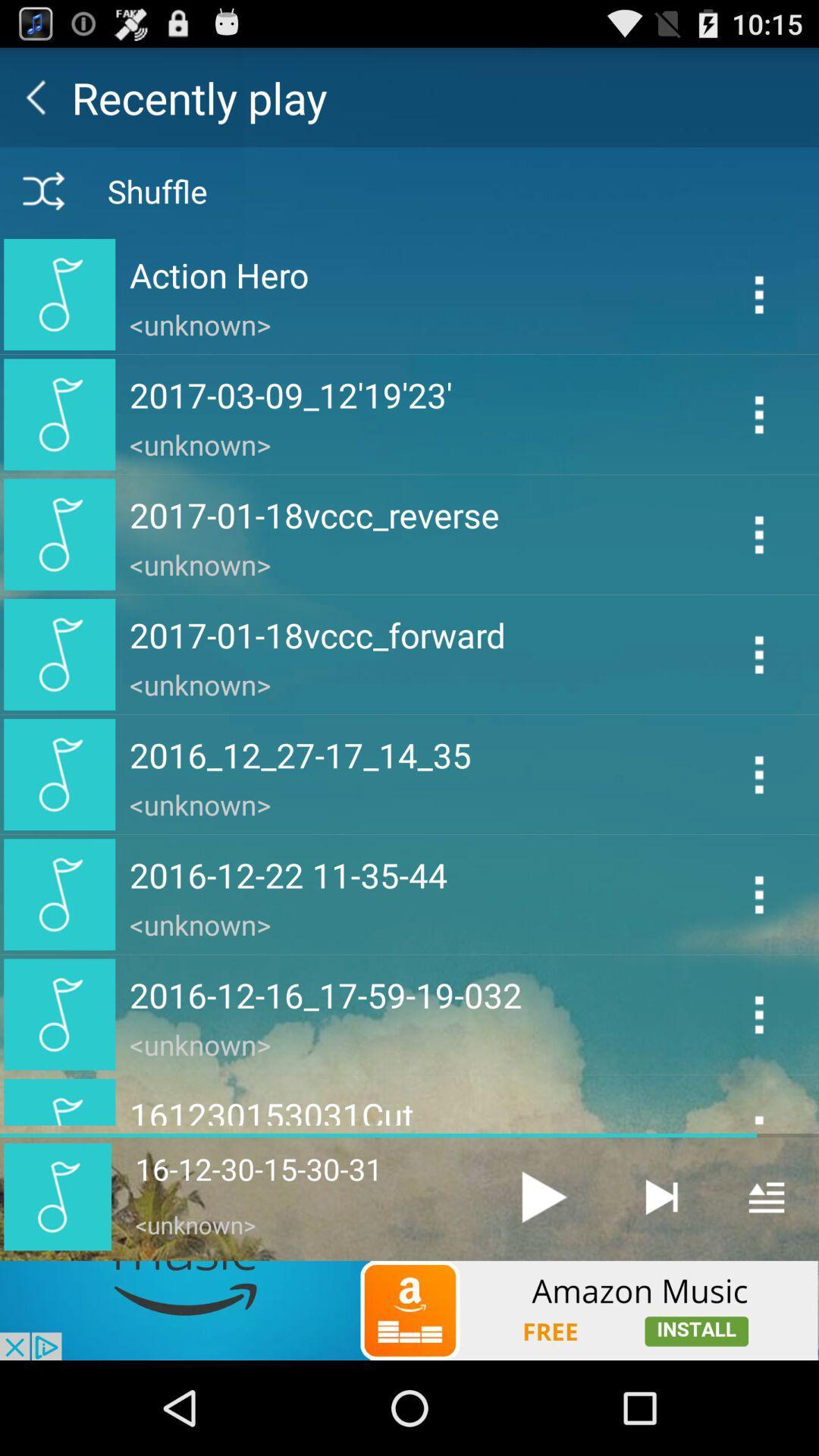 This screenshot has width=819, height=1456. Describe the element at coordinates (766, 1196) in the screenshot. I see `open menu` at that location.